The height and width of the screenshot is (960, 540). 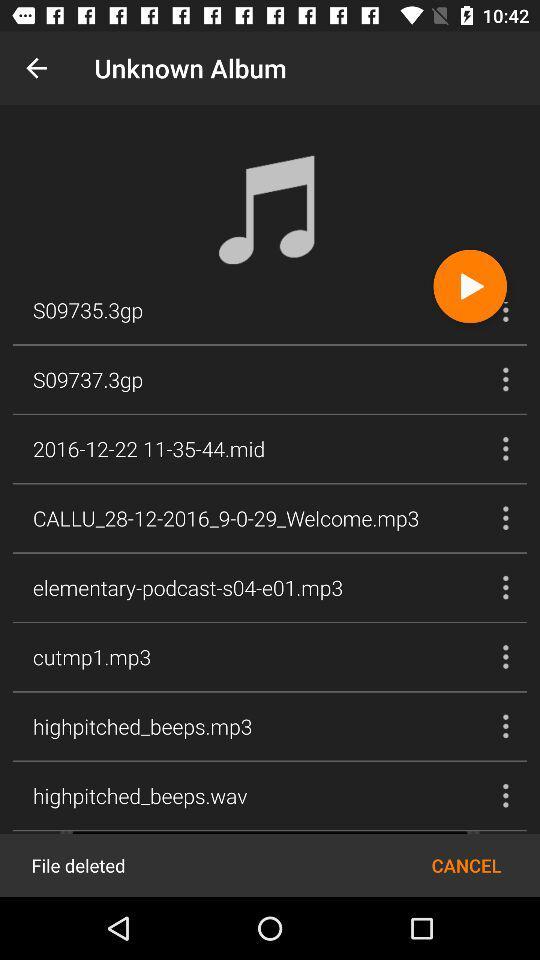 What do you see at coordinates (188, 587) in the screenshot?
I see `elementary podcast s04 icon` at bounding box center [188, 587].